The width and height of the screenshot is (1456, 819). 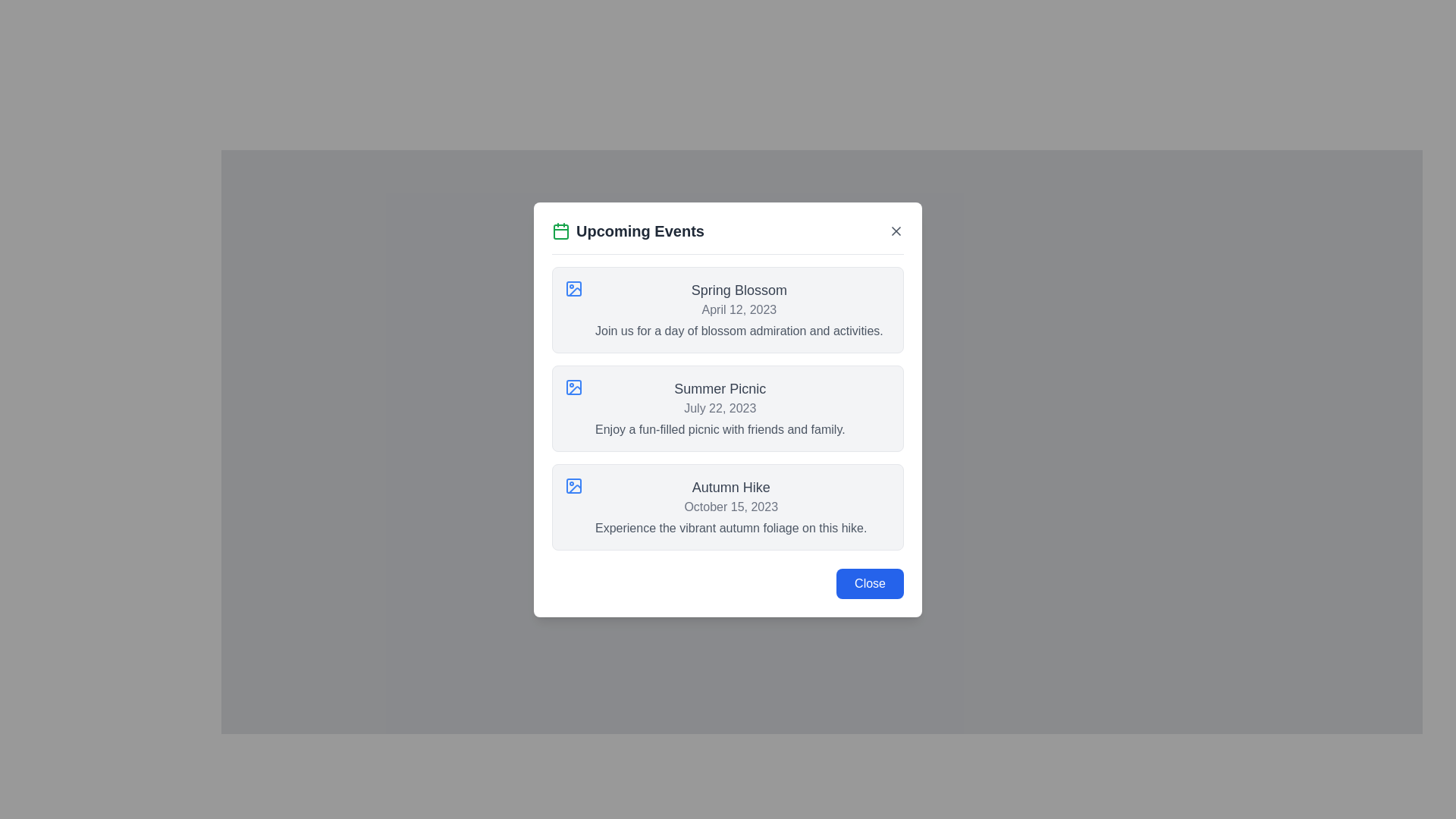 What do you see at coordinates (739, 309) in the screenshot?
I see `the informational text element that displays the date of the associated event, positioned below the title 'Spring Blossom' and above the description text` at bounding box center [739, 309].